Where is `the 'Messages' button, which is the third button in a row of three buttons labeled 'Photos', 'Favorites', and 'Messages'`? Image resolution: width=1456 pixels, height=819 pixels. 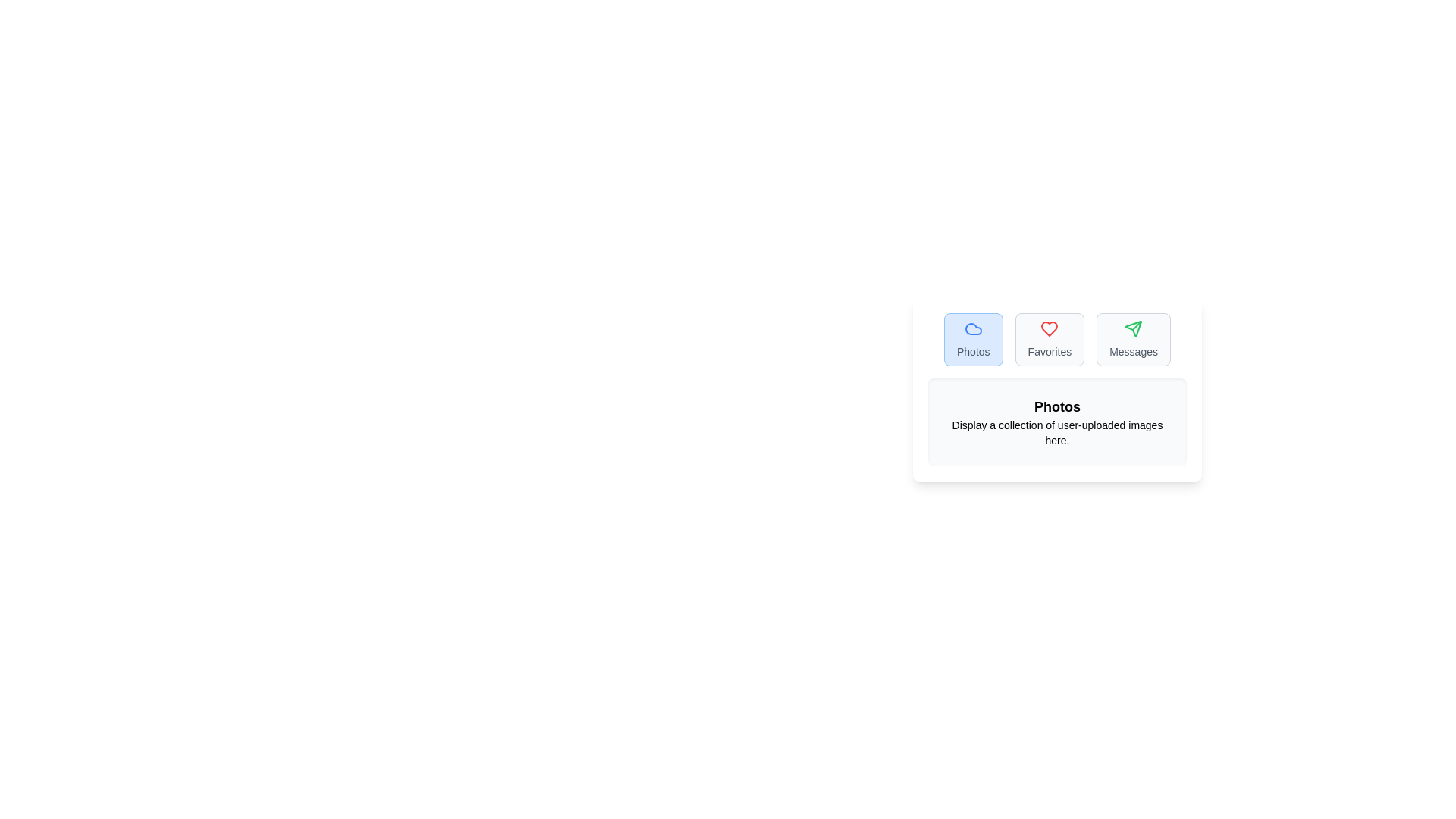 the 'Messages' button, which is the third button in a row of three buttons labeled 'Photos', 'Favorites', and 'Messages' is located at coordinates (1134, 338).